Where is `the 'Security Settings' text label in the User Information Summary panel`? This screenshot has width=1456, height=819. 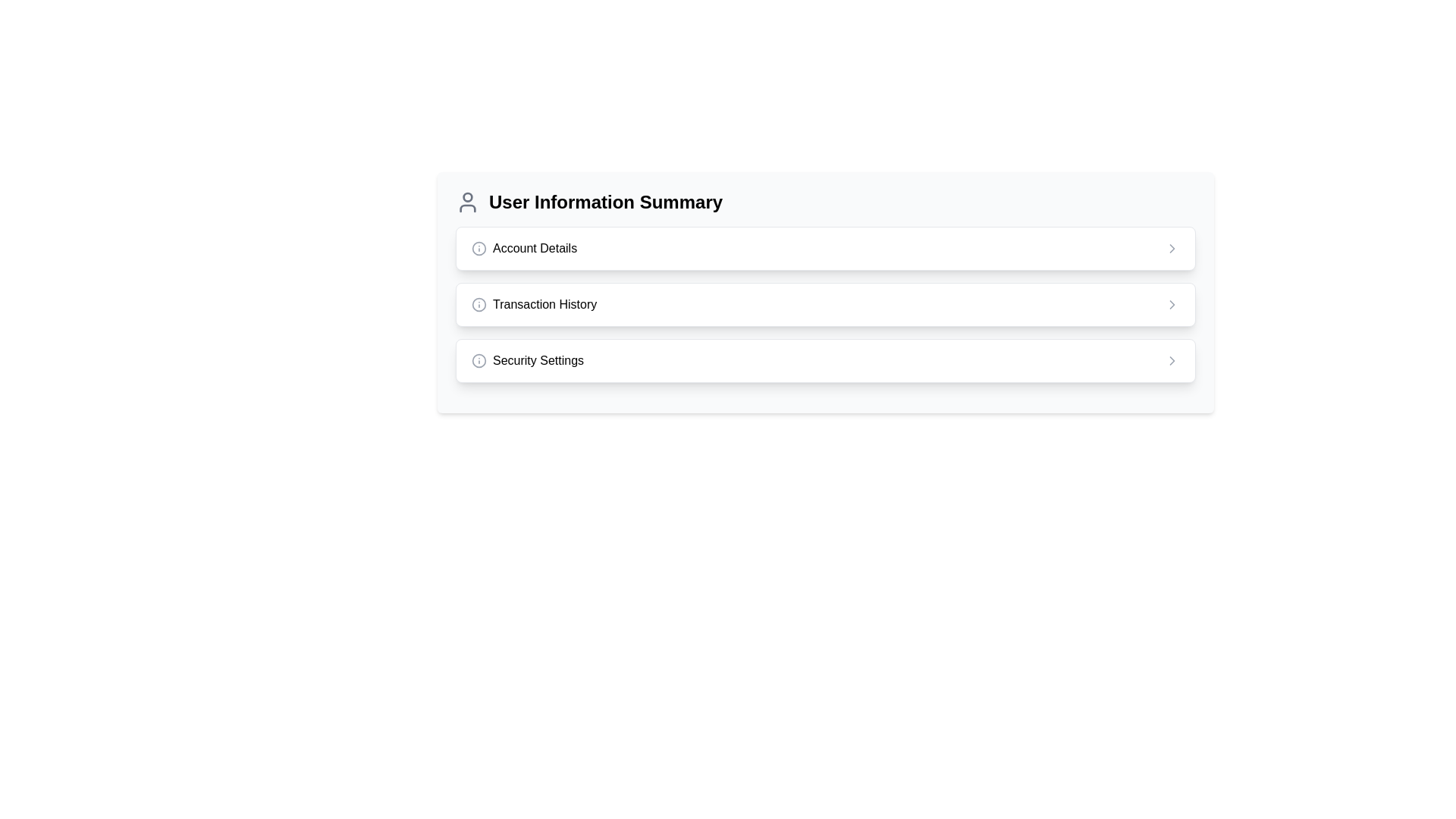
the 'Security Settings' text label in the User Information Summary panel is located at coordinates (528, 360).